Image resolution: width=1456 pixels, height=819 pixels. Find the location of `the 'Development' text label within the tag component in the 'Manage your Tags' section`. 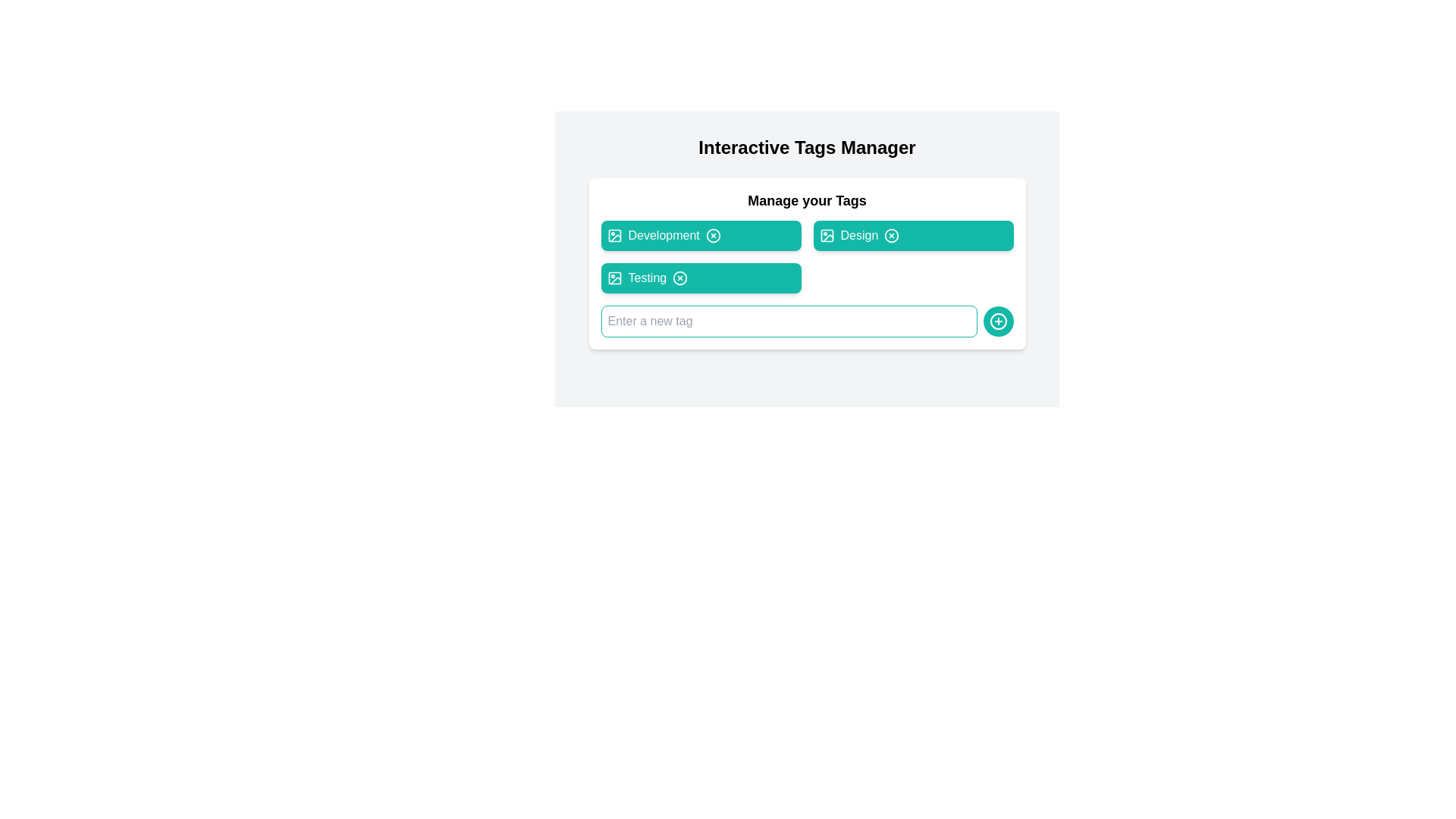

the 'Development' text label within the tag component in the 'Manage your Tags' section is located at coordinates (664, 236).